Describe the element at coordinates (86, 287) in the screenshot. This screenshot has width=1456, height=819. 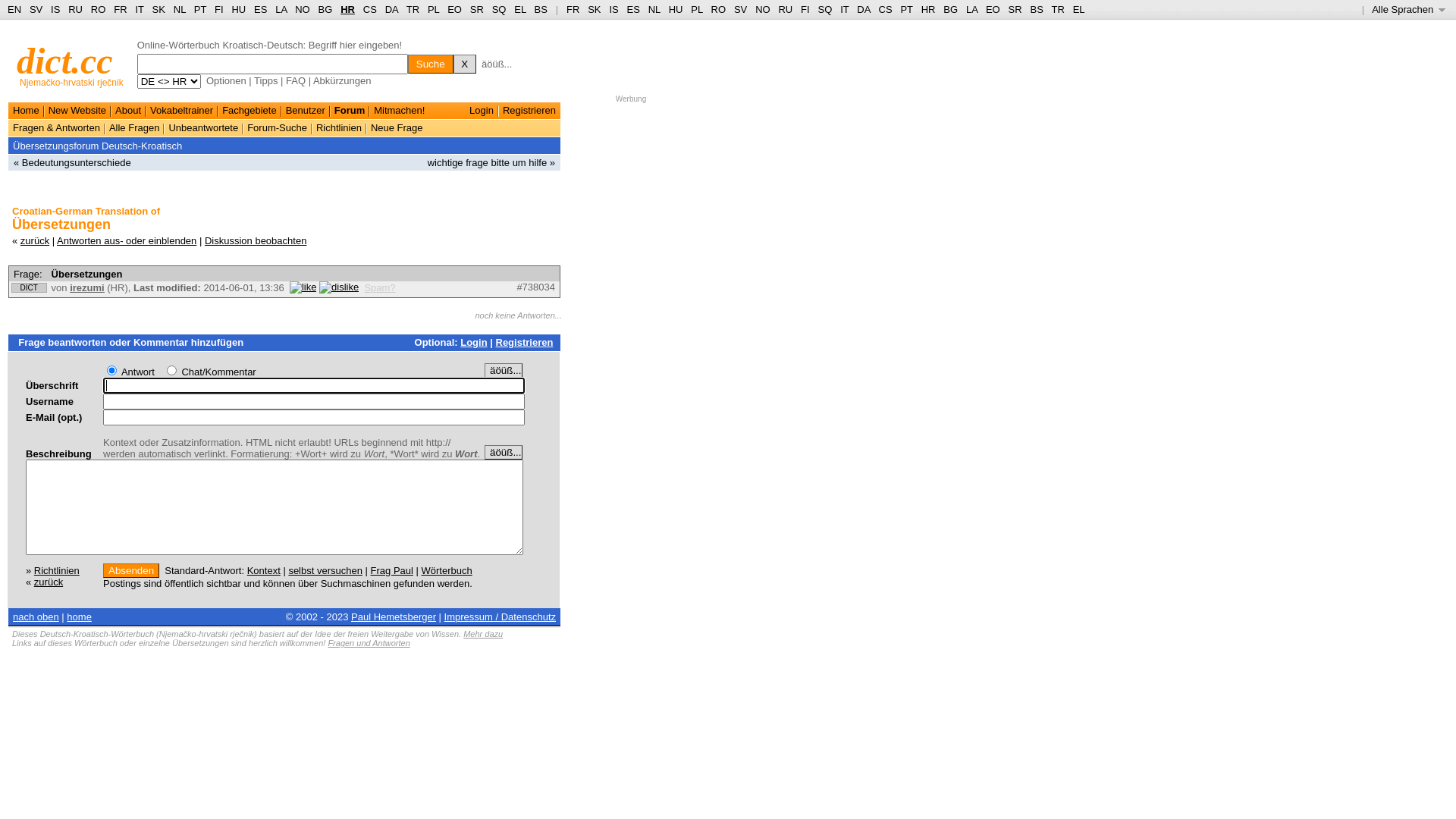
I see `'irezumi'` at that location.